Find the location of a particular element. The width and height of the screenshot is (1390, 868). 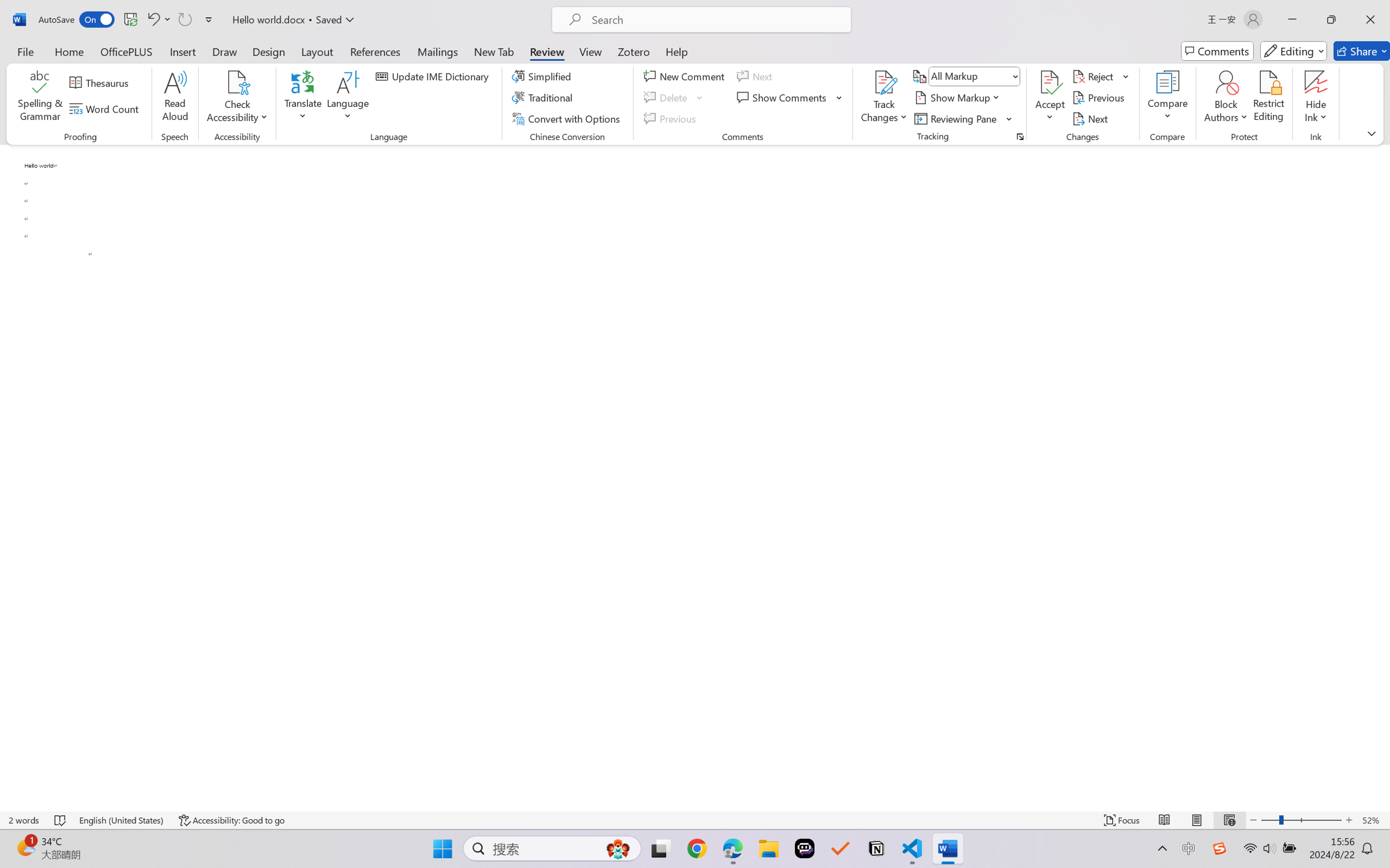

'Accessibility Checker Accessibility: Good to go' is located at coordinates (231, 820).